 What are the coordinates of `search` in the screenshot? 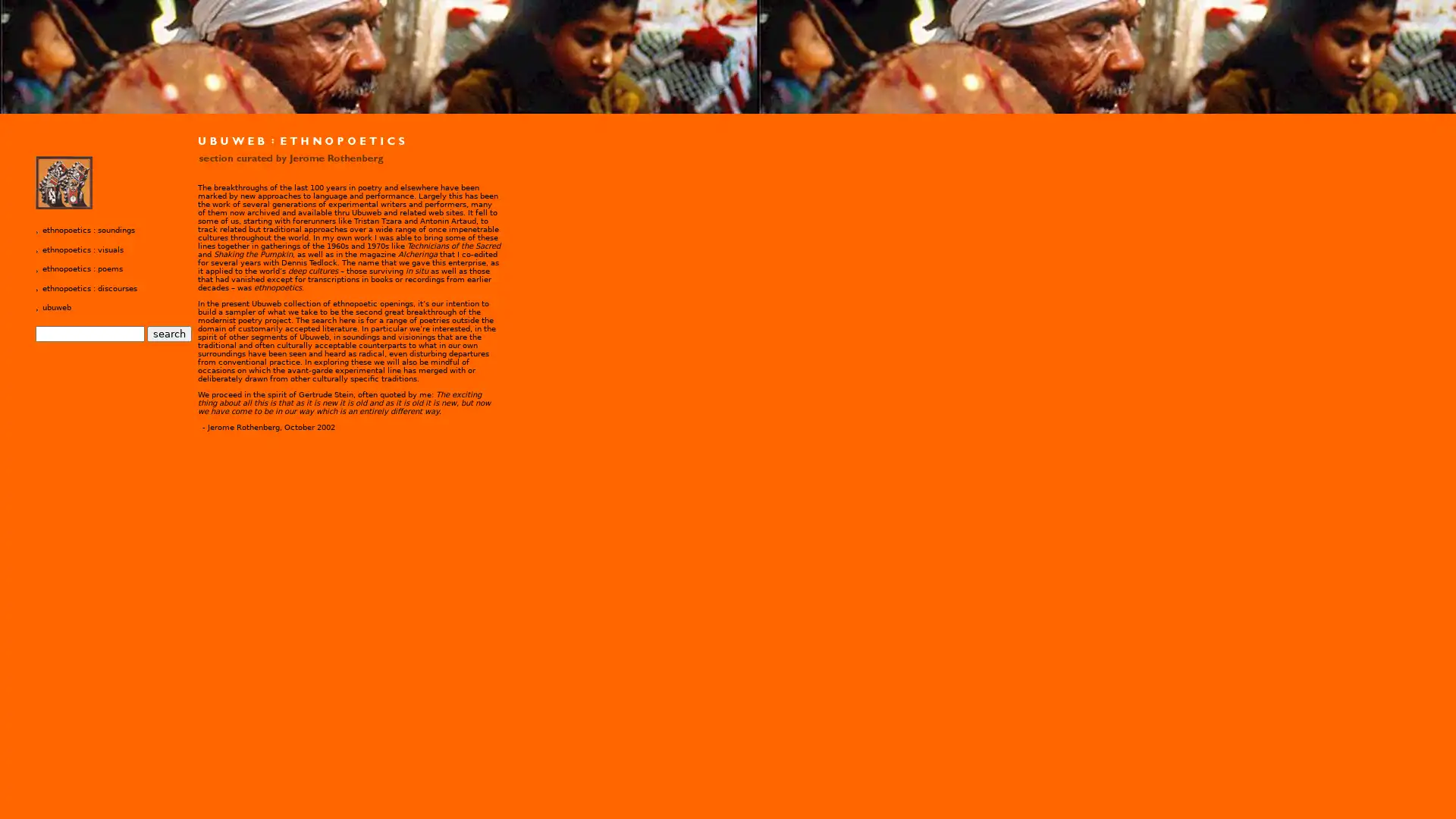 It's located at (169, 332).